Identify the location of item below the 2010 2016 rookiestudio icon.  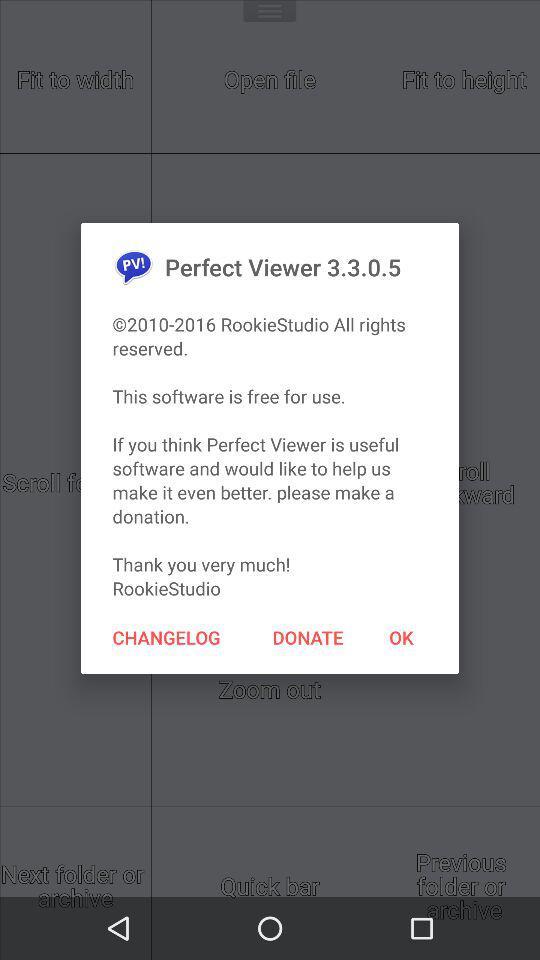
(401, 636).